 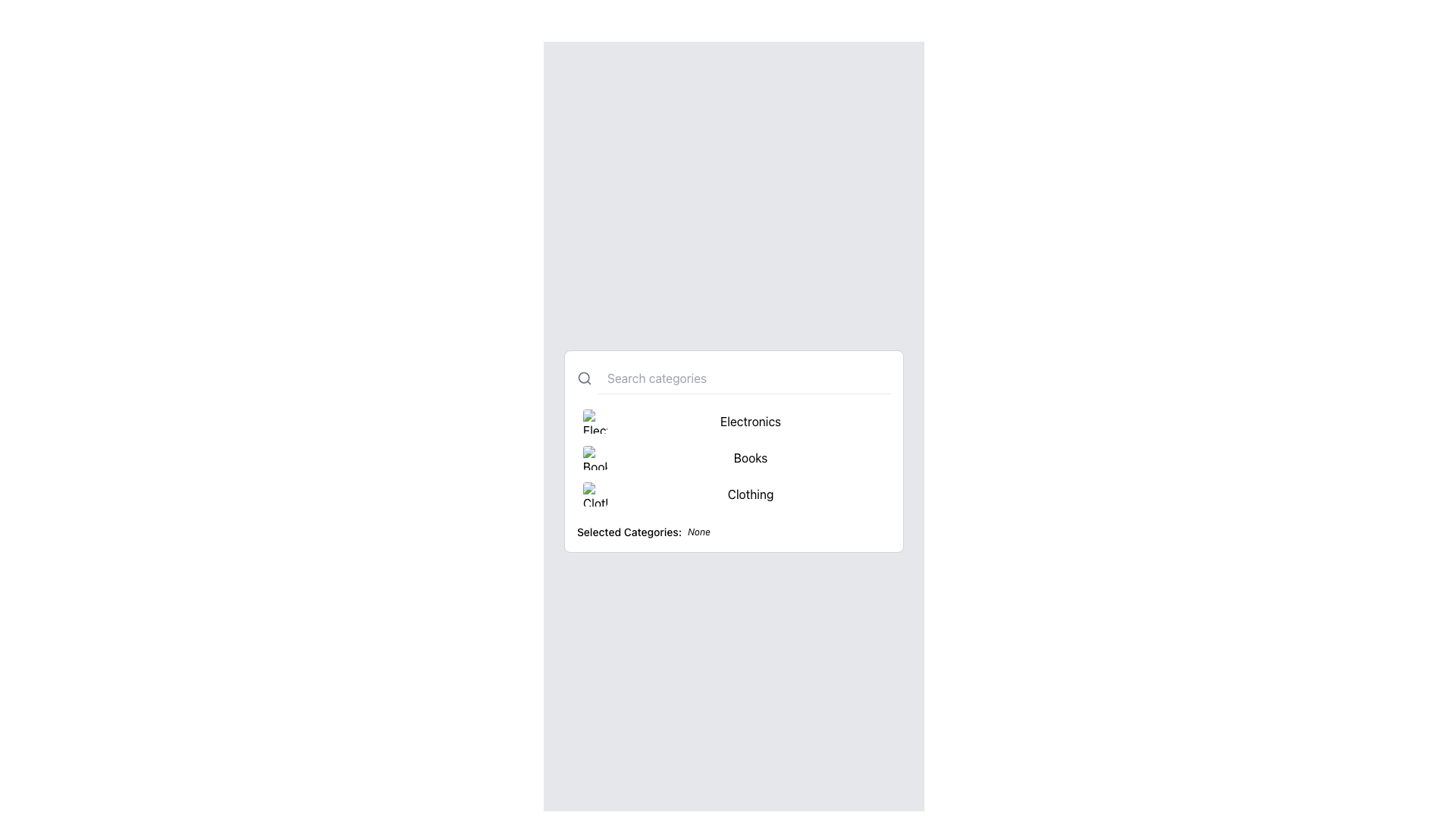 What do you see at coordinates (583, 377) in the screenshot?
I see `the circular SVG element that is part of an icon located in the top-left side of the search input field` at bounding box center [583, 377].